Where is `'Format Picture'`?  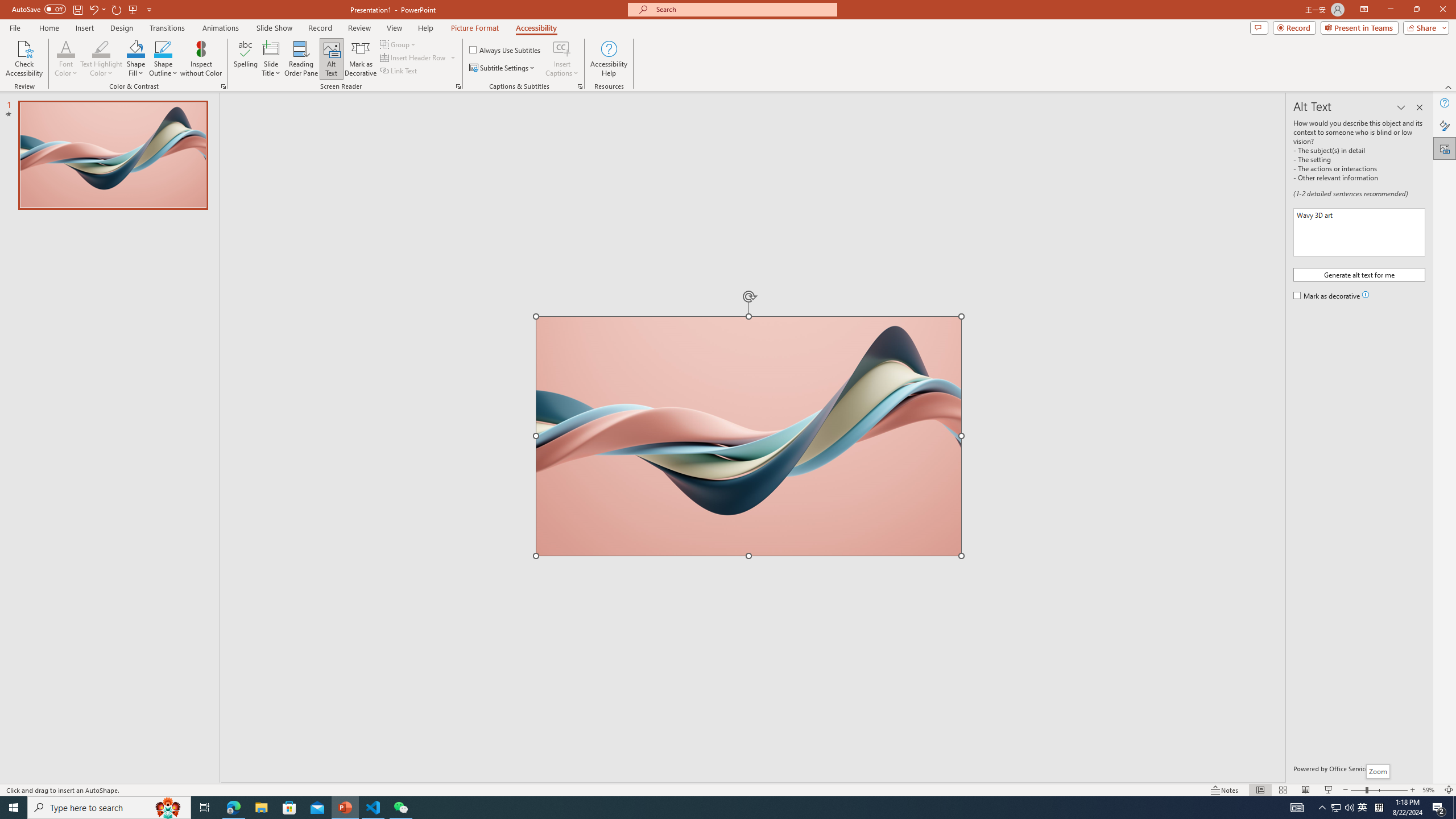
'Format Picture' is located at coordinates (1444, 126).